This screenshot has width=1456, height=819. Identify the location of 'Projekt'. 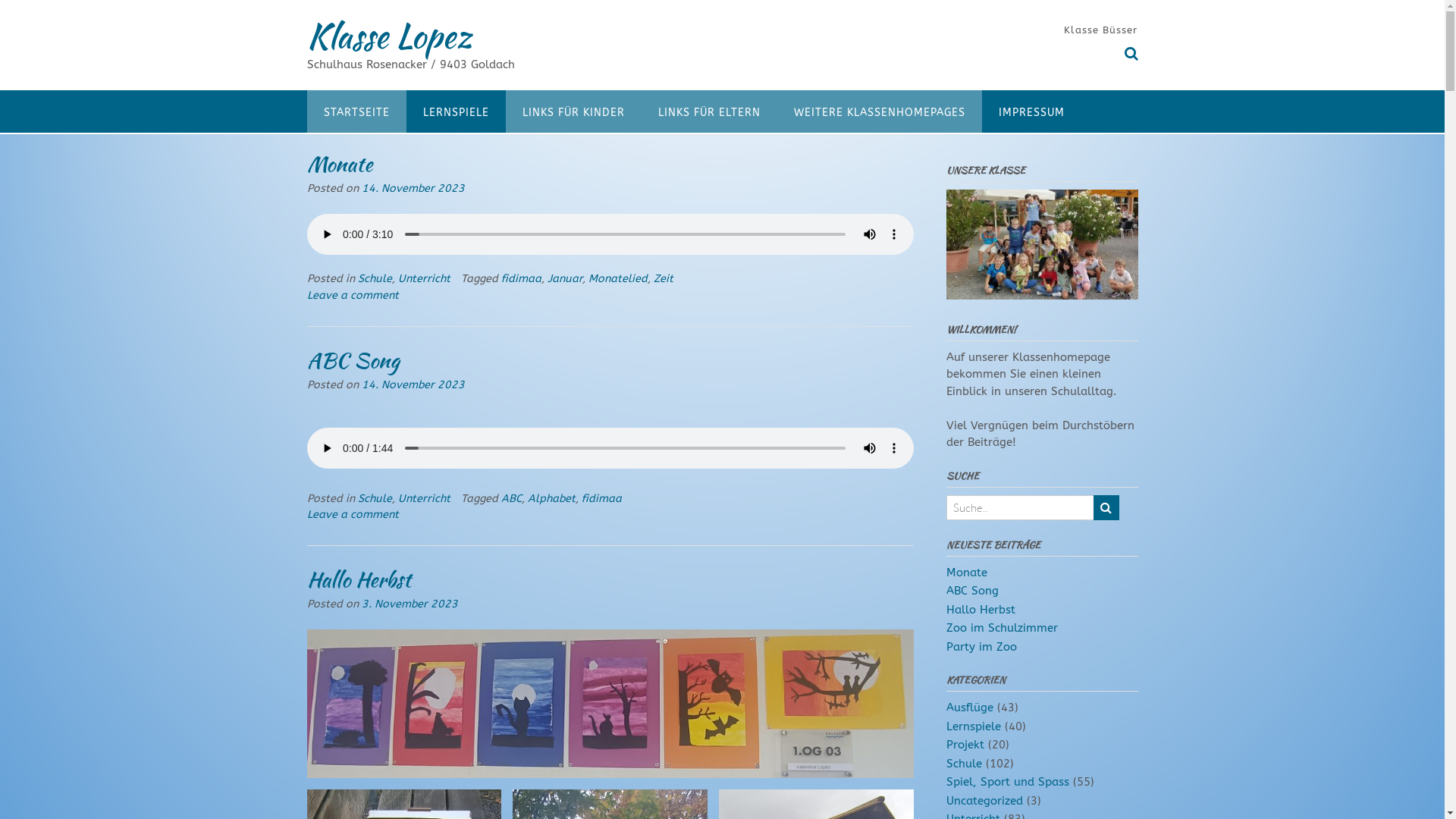
(964, 744).